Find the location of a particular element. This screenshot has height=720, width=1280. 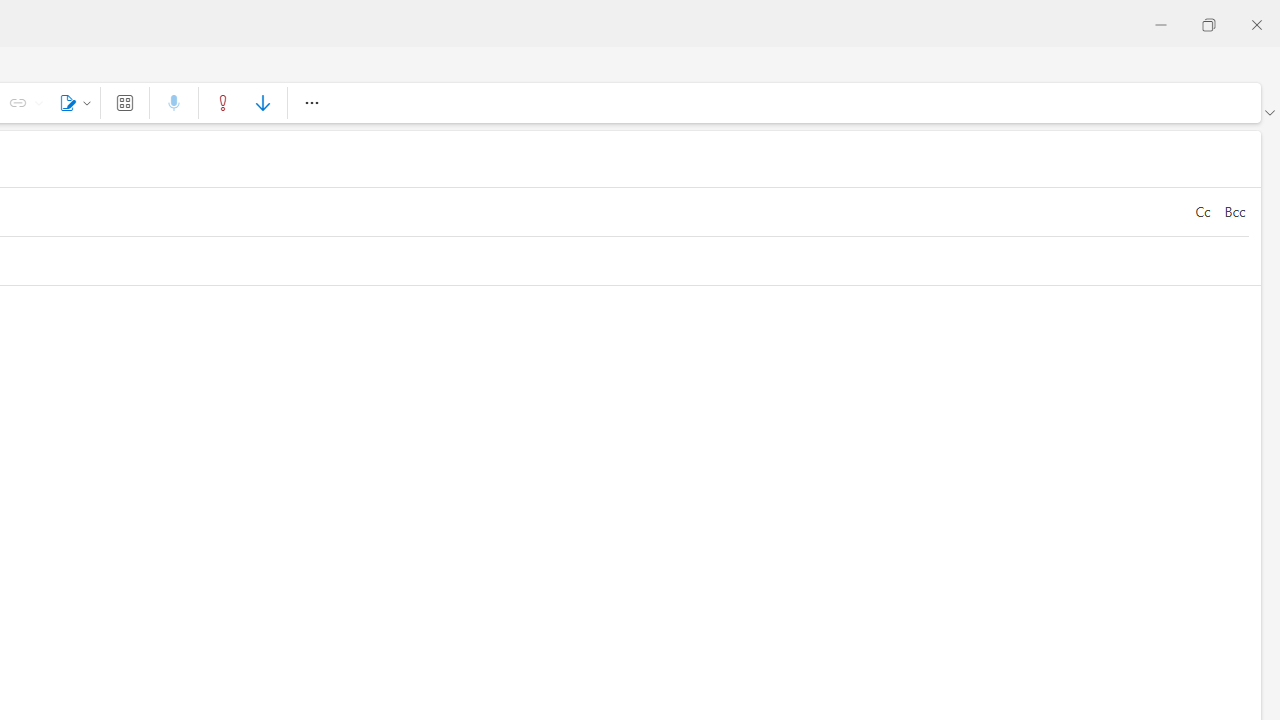

'High importance' is located at coordinates (223, 102).